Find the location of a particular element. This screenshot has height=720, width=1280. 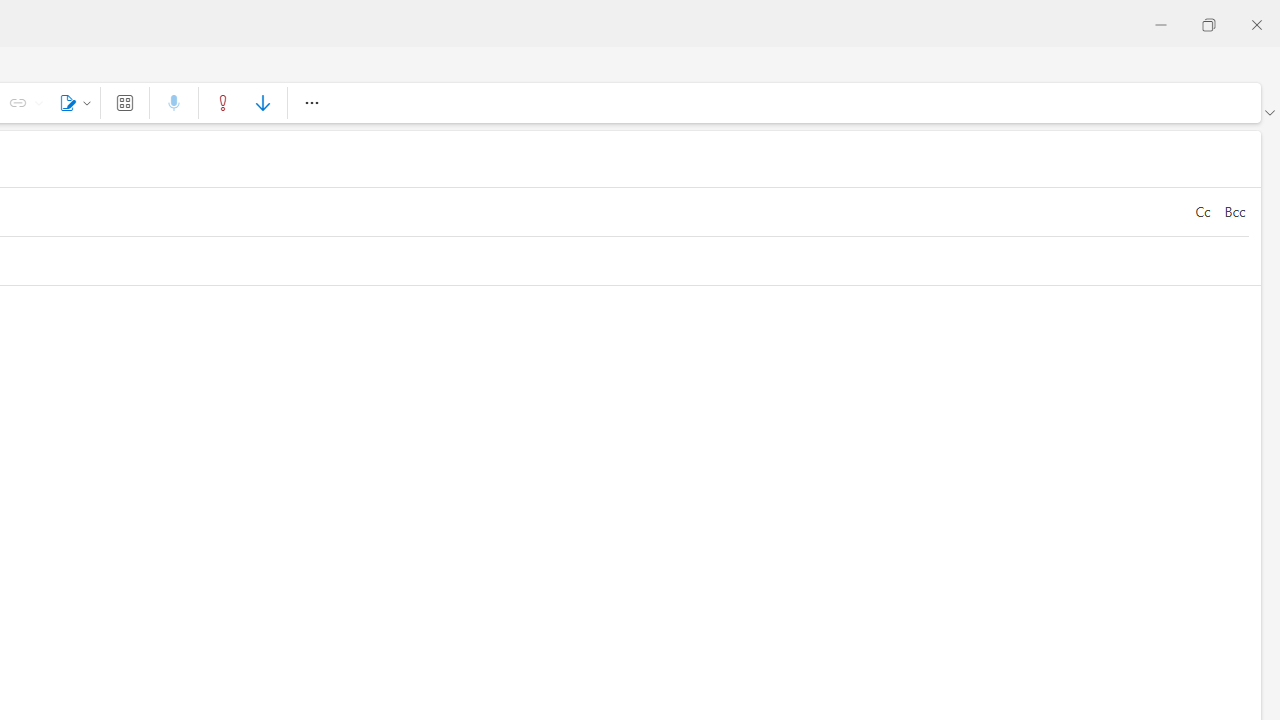

'High importance' is located at coordinates (223, 102).